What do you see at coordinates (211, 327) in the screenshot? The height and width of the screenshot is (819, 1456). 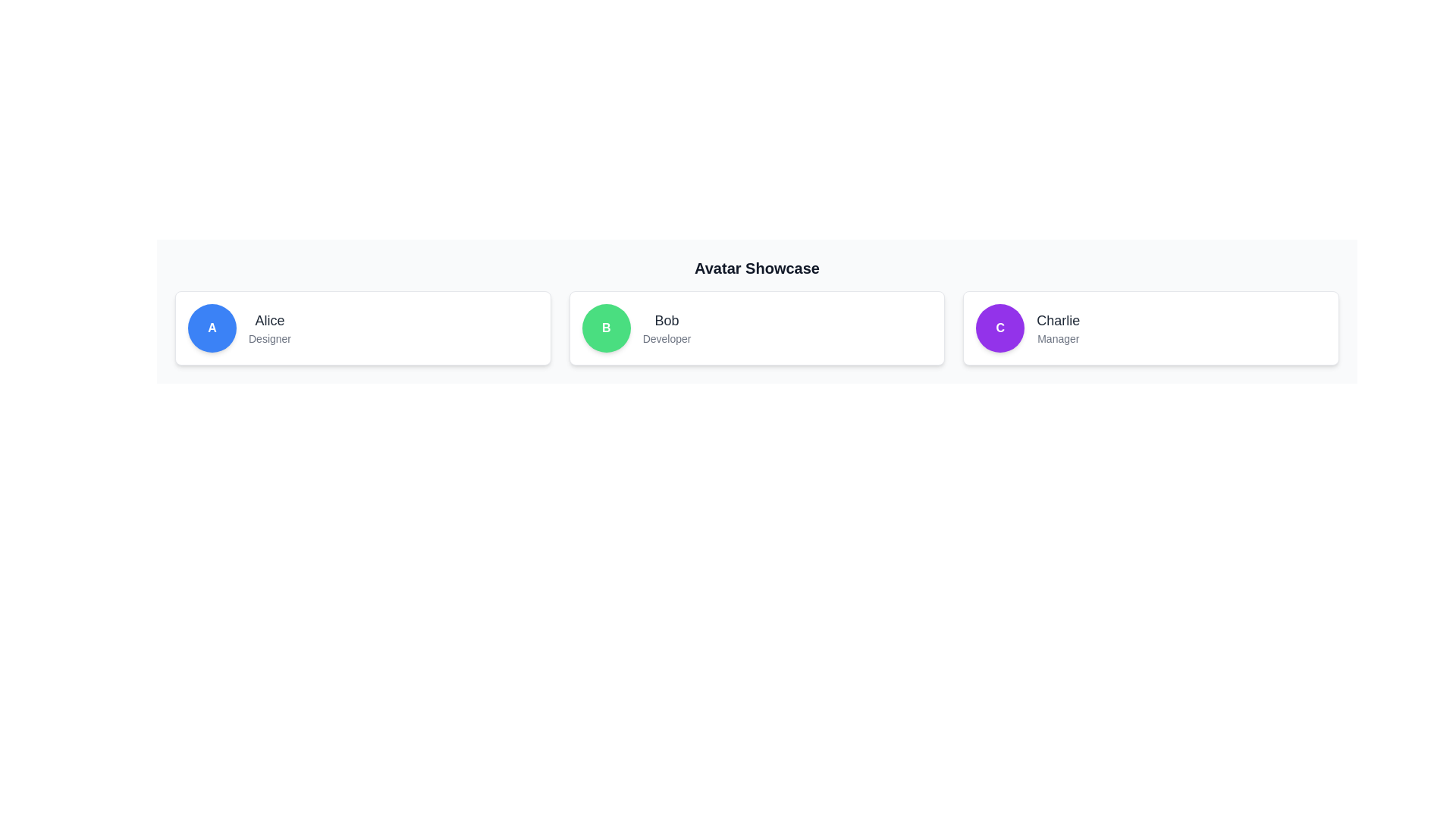 I see `the circular blue icon with the capital letter 'A' in white font` at bounding box center [211, 327].